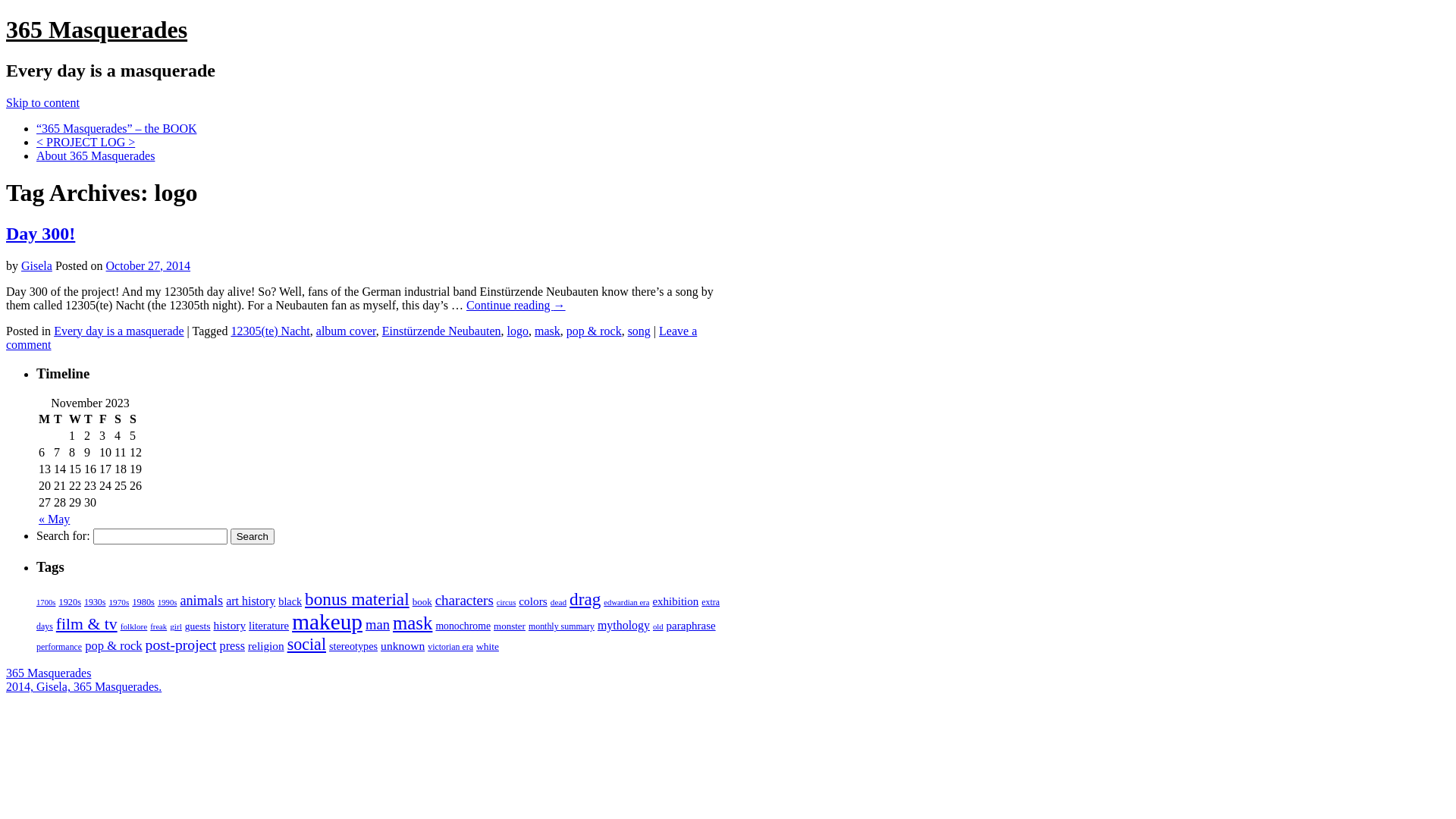 The height and width of the screenshot is (819, 1456). I want to click on 'colors', so click(532, 600).